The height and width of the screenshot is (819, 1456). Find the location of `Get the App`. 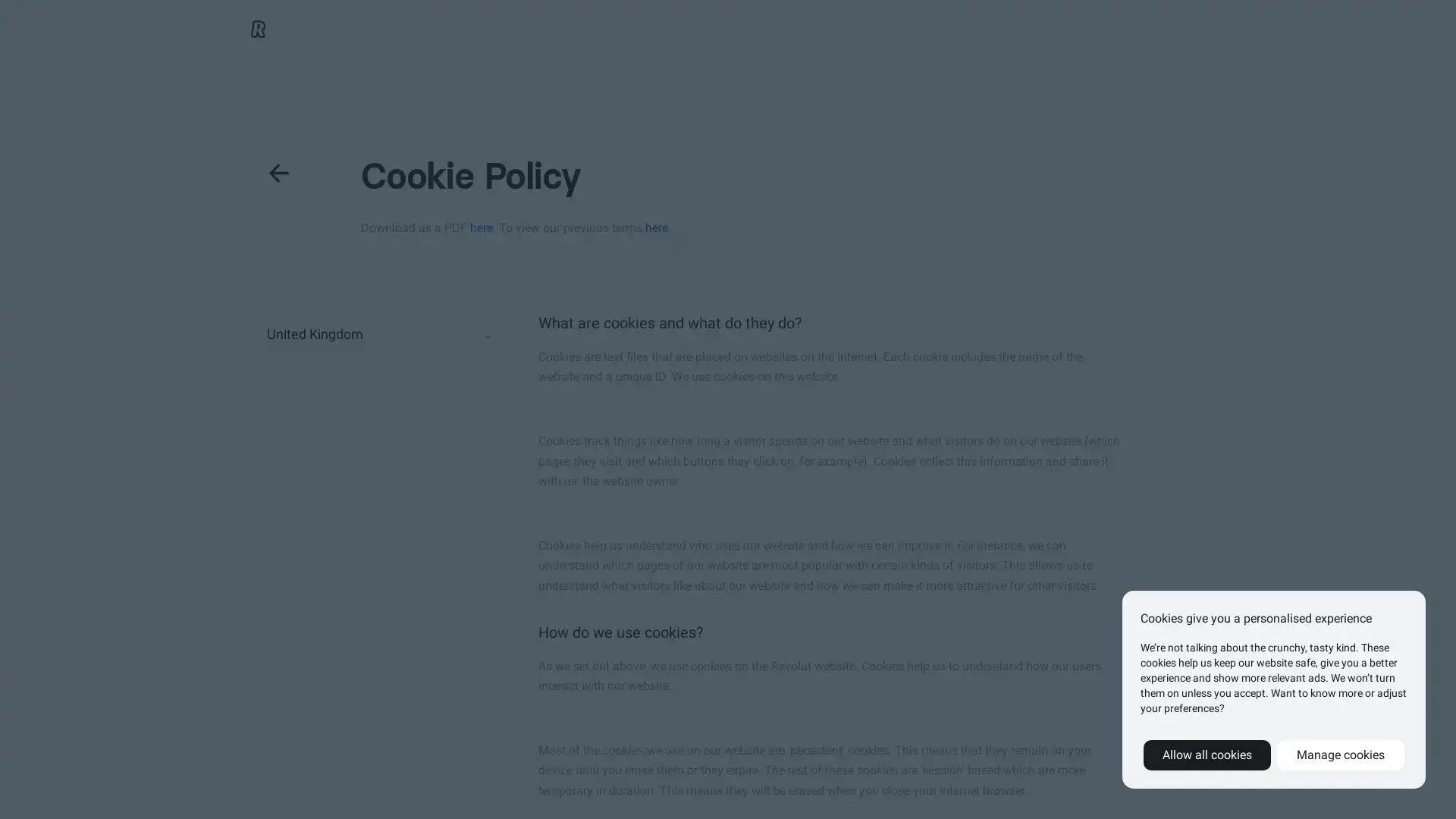

Get the App is located at coordinates (1163, 27).